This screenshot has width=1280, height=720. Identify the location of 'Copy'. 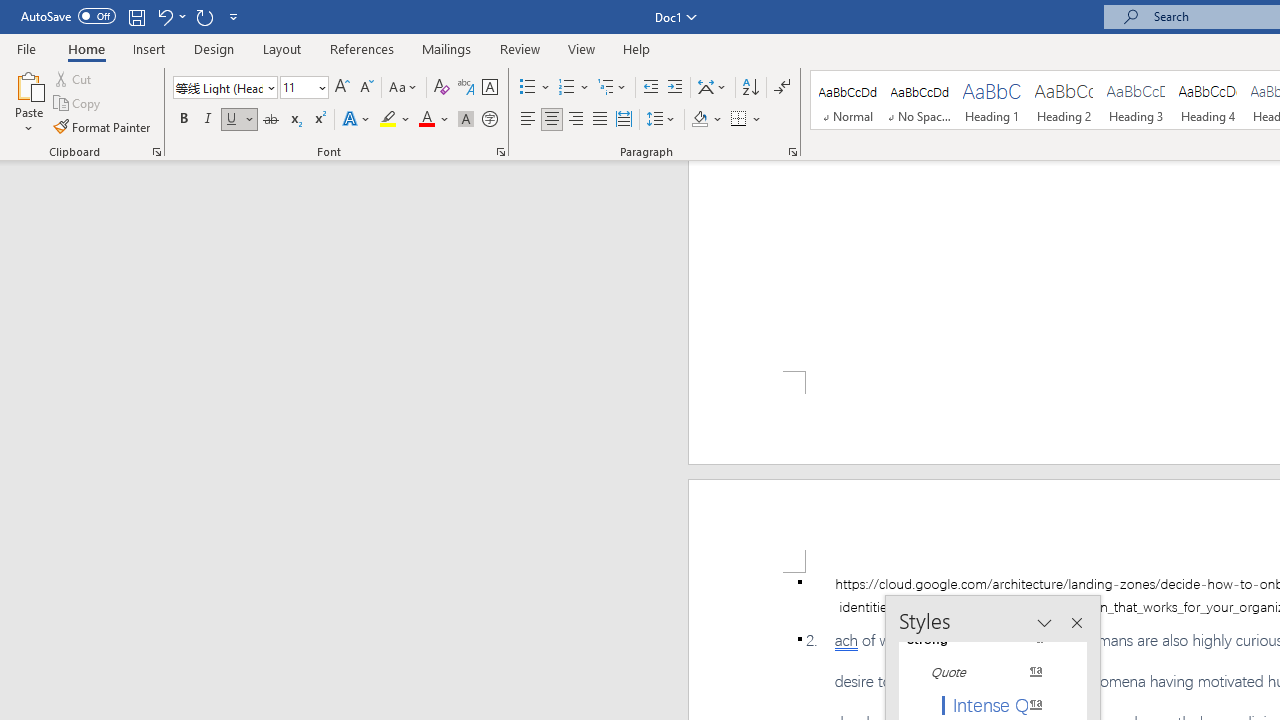
(78, 103).